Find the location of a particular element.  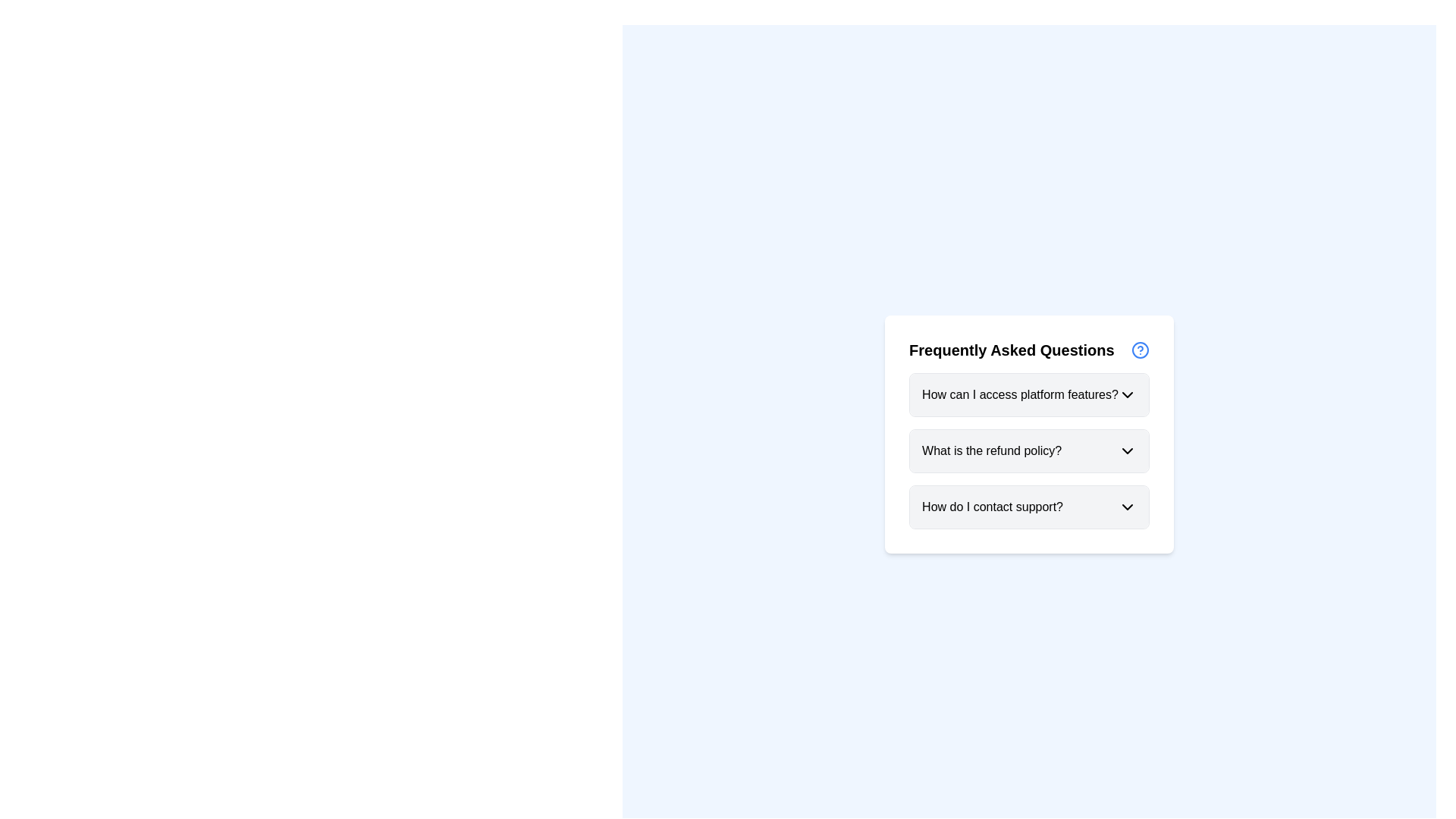

the text label reading 'How can I access platform features?' which is located in the FAQ section is located at coordinates (1020, 394).